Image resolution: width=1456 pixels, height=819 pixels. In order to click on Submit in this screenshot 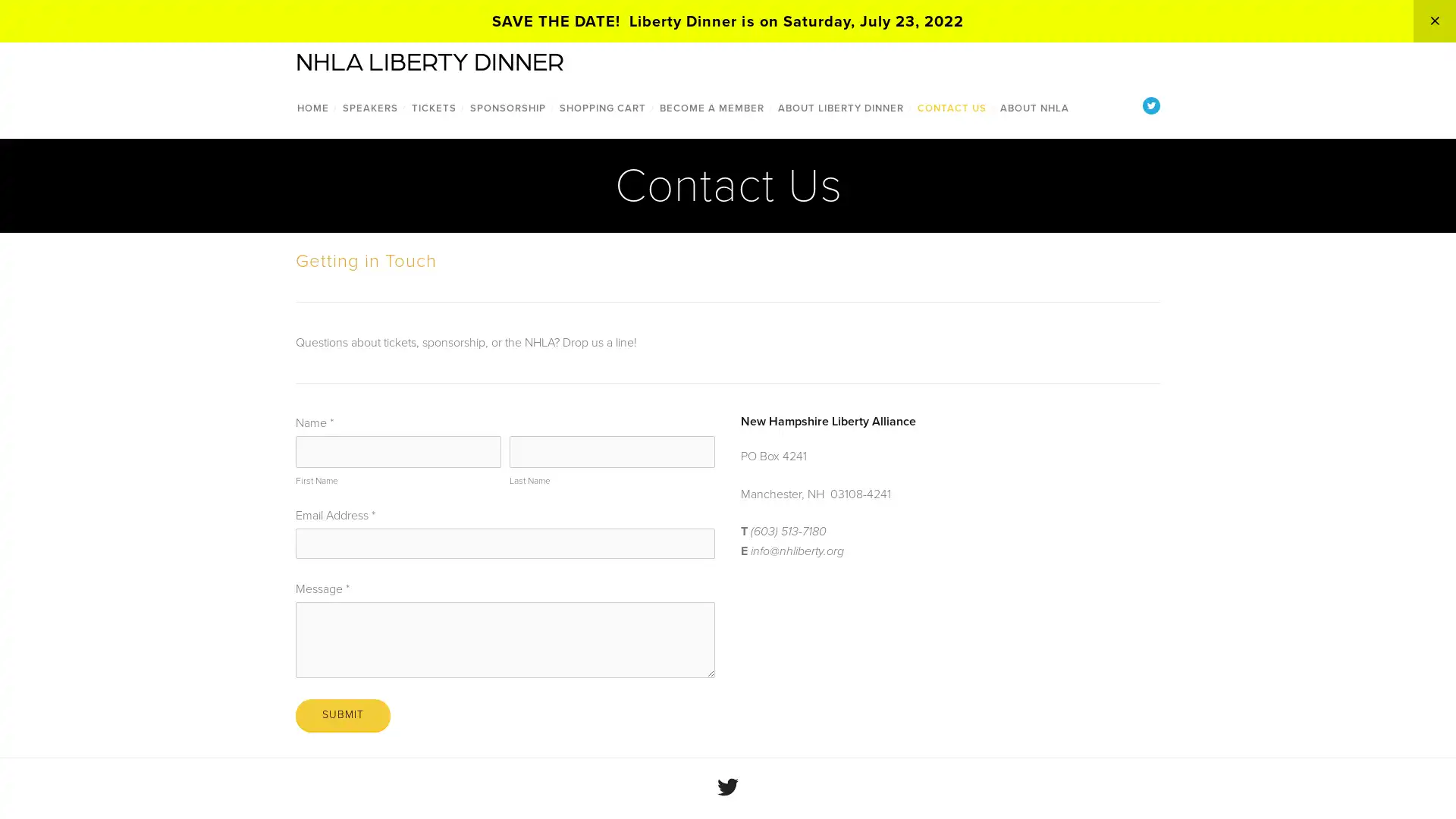, I will do `click(342, 714)`.